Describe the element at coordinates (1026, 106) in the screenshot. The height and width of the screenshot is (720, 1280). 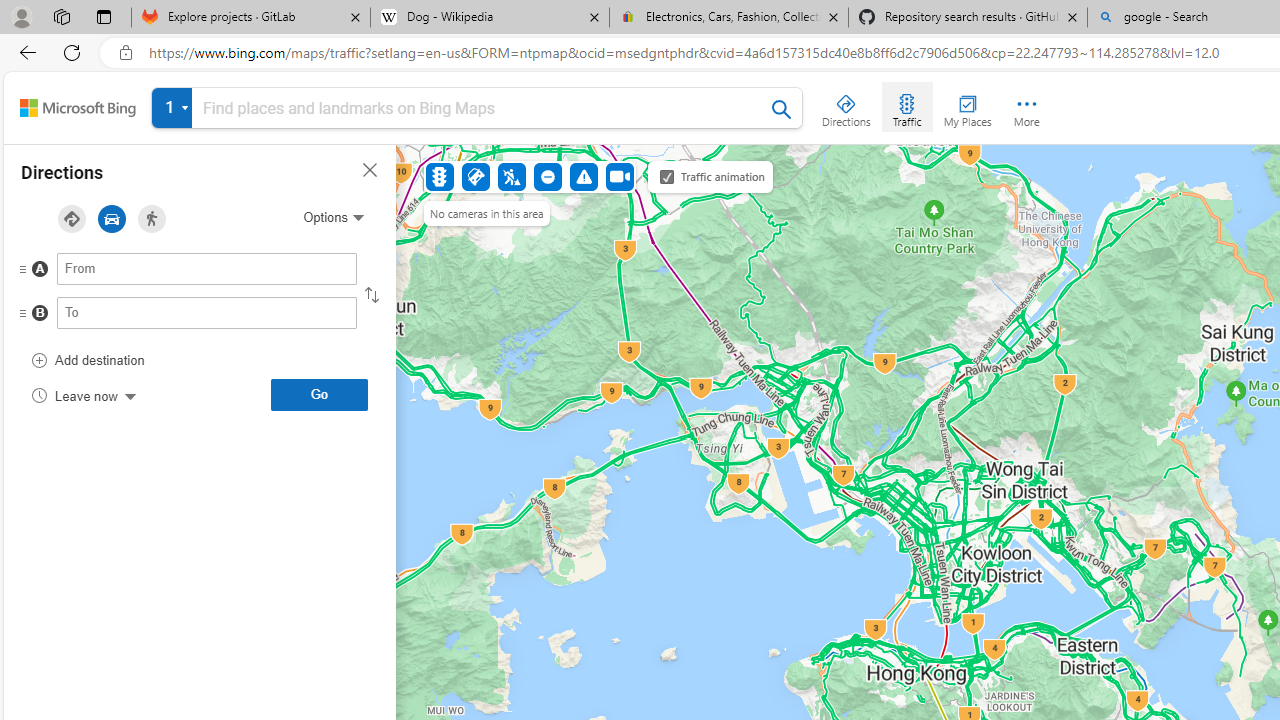
I see `'More'` at that location.